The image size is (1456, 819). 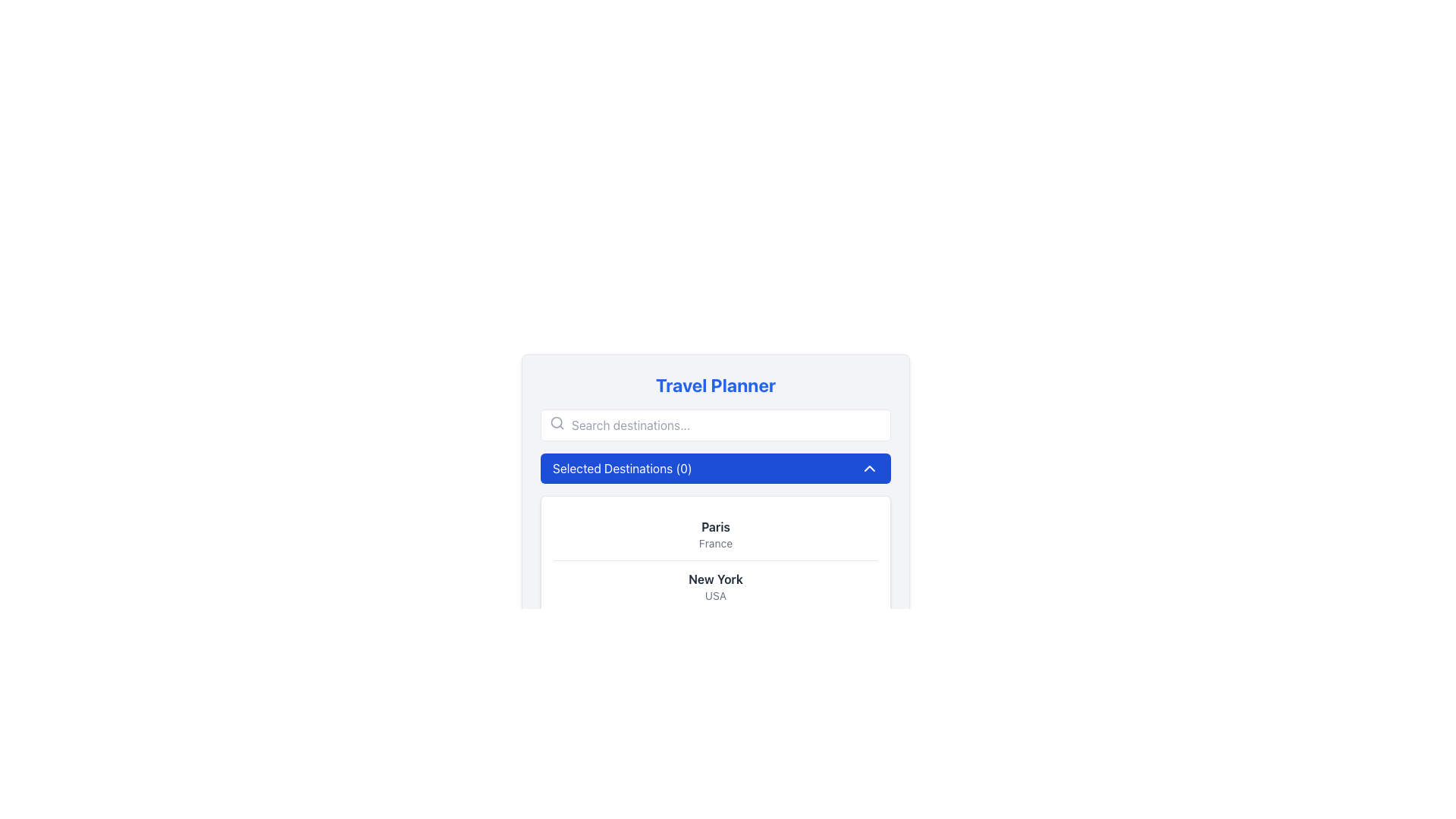 I want to click on the text label displaying 'New York' in bold dark gray, which is positioned above 'USA' in a lighter gray smaller text, so click(x=715, y=579).